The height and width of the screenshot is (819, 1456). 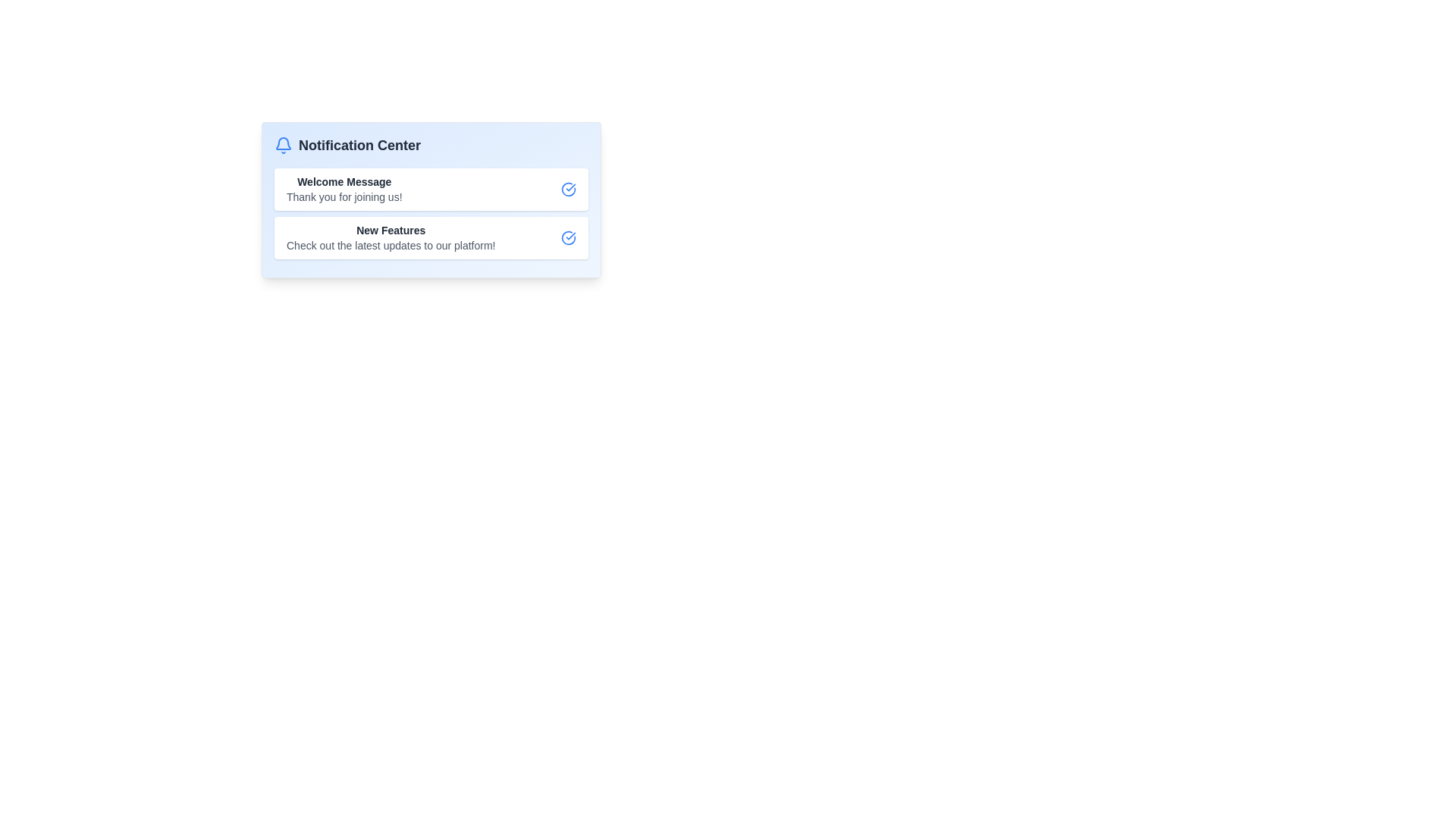 I want to click on the text display element that shows the sentence 'Check out the latest updates to our platform!' in a gray-colored font, located directly beneath the bold title 'New Features', so click(x=391, y=245).